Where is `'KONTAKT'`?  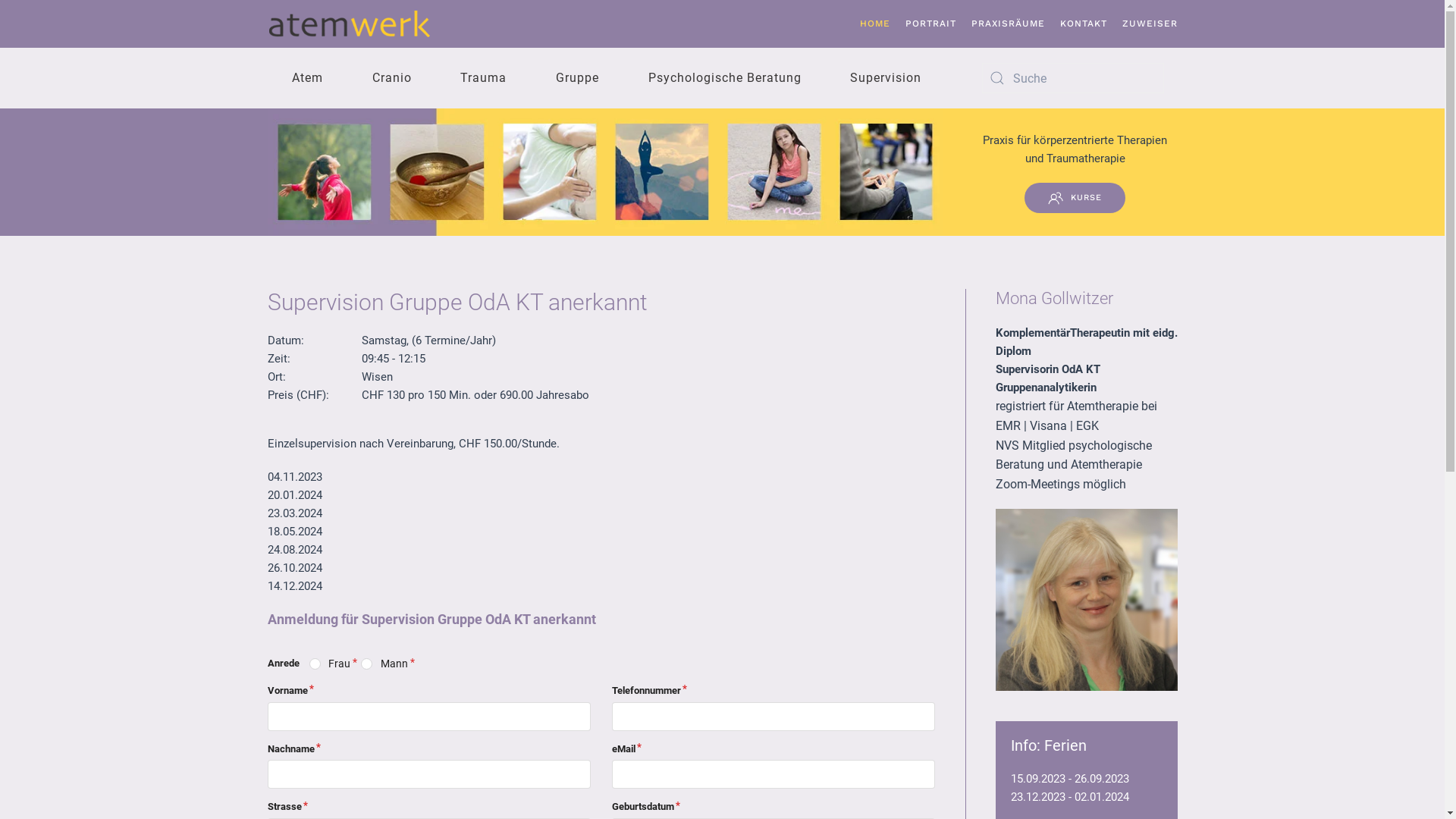 'KONTAKT' is located at coordinates (1083, 24).